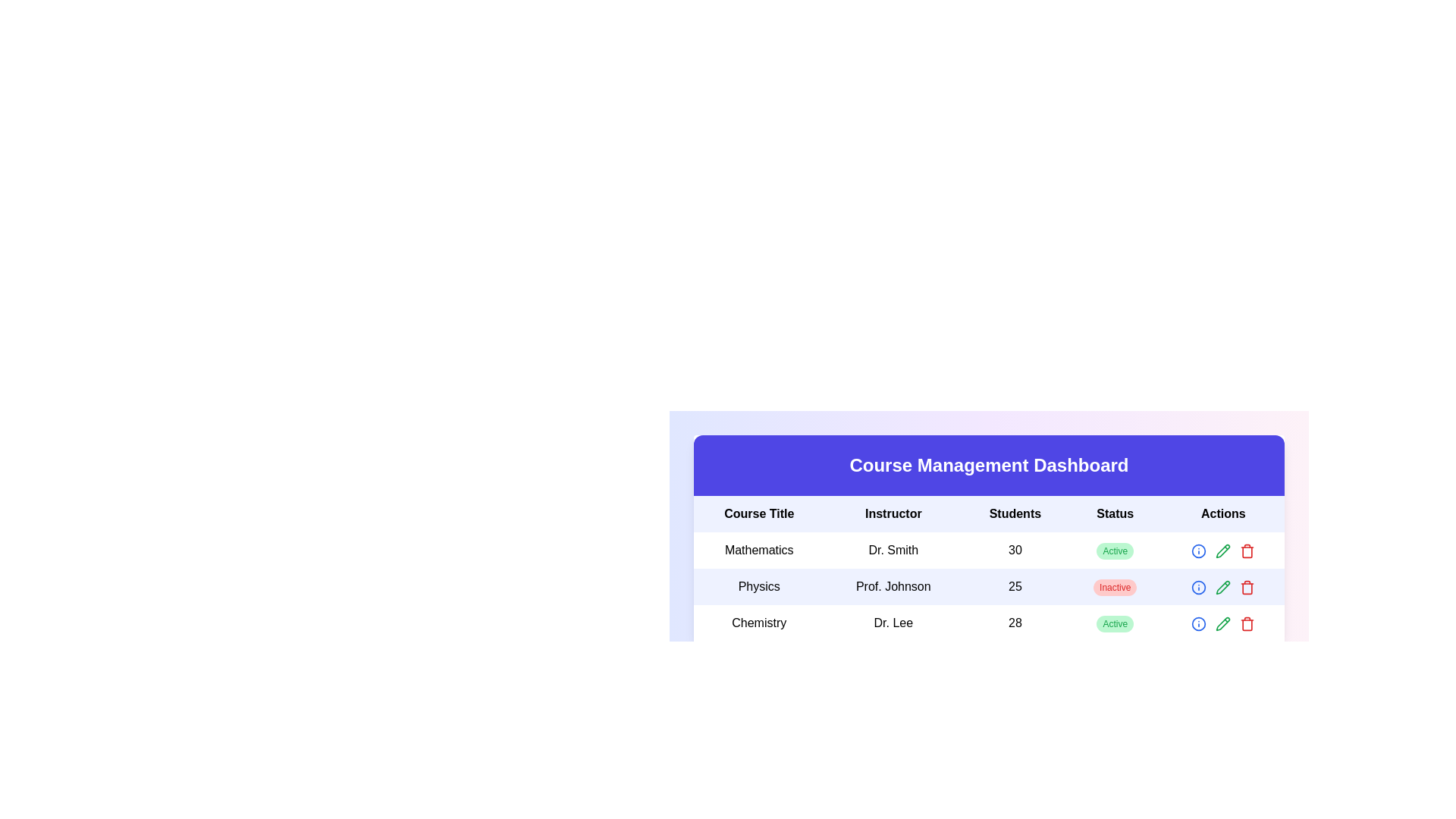 This screenshot has height=819, width=1456. What do you see at coordinates (1223, 586) in the screenshot?
I see `the small green pencil icon located under the 'Actions' column in the 'Physics' row` at bounding box center [1223, 586].